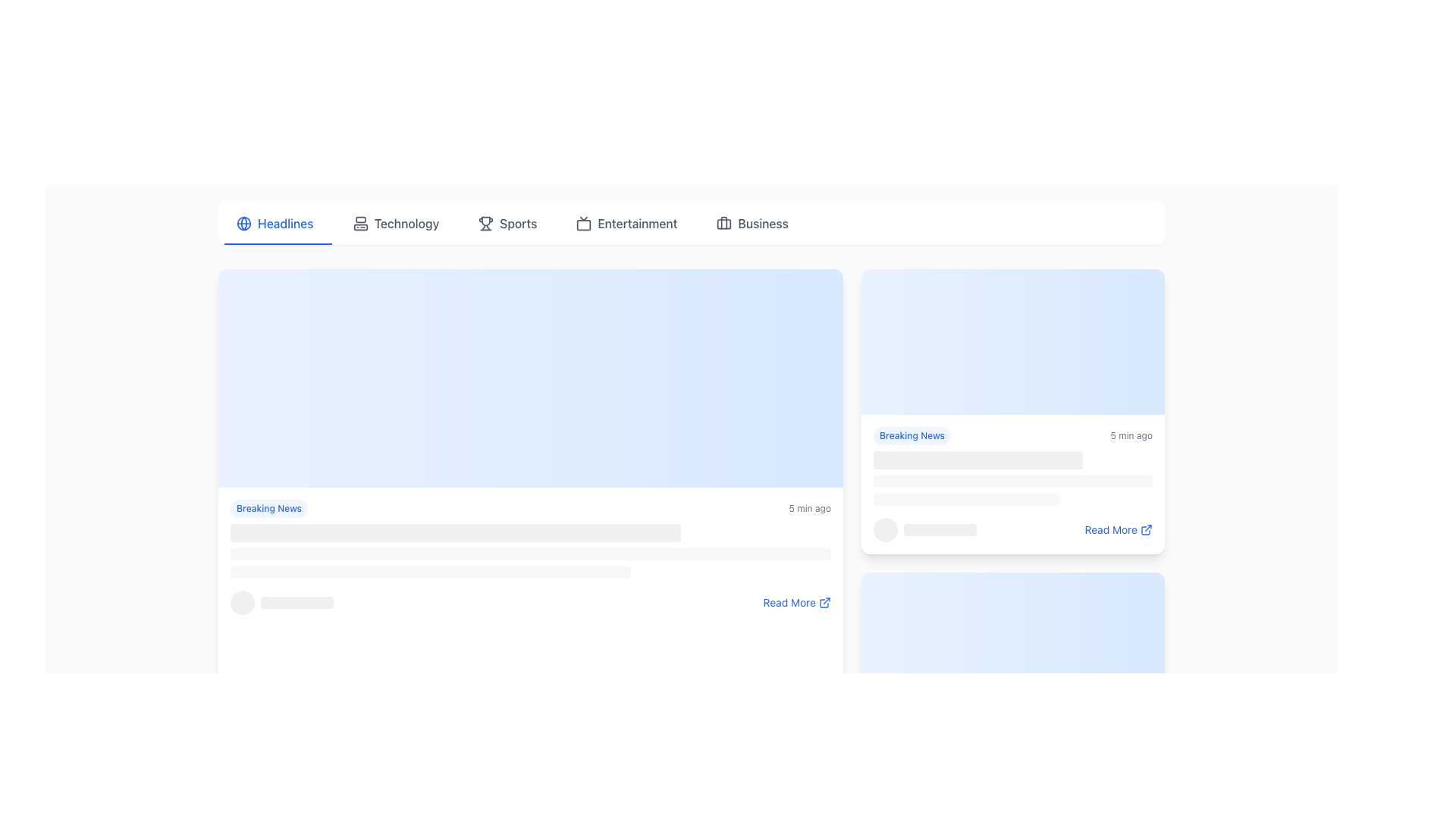 The image size is (1456, 819). I want to click on text displaying '5 min ago' in small, gray-colored font, positioned on the right side of the 'Breaking News' label, so click(809, 509).